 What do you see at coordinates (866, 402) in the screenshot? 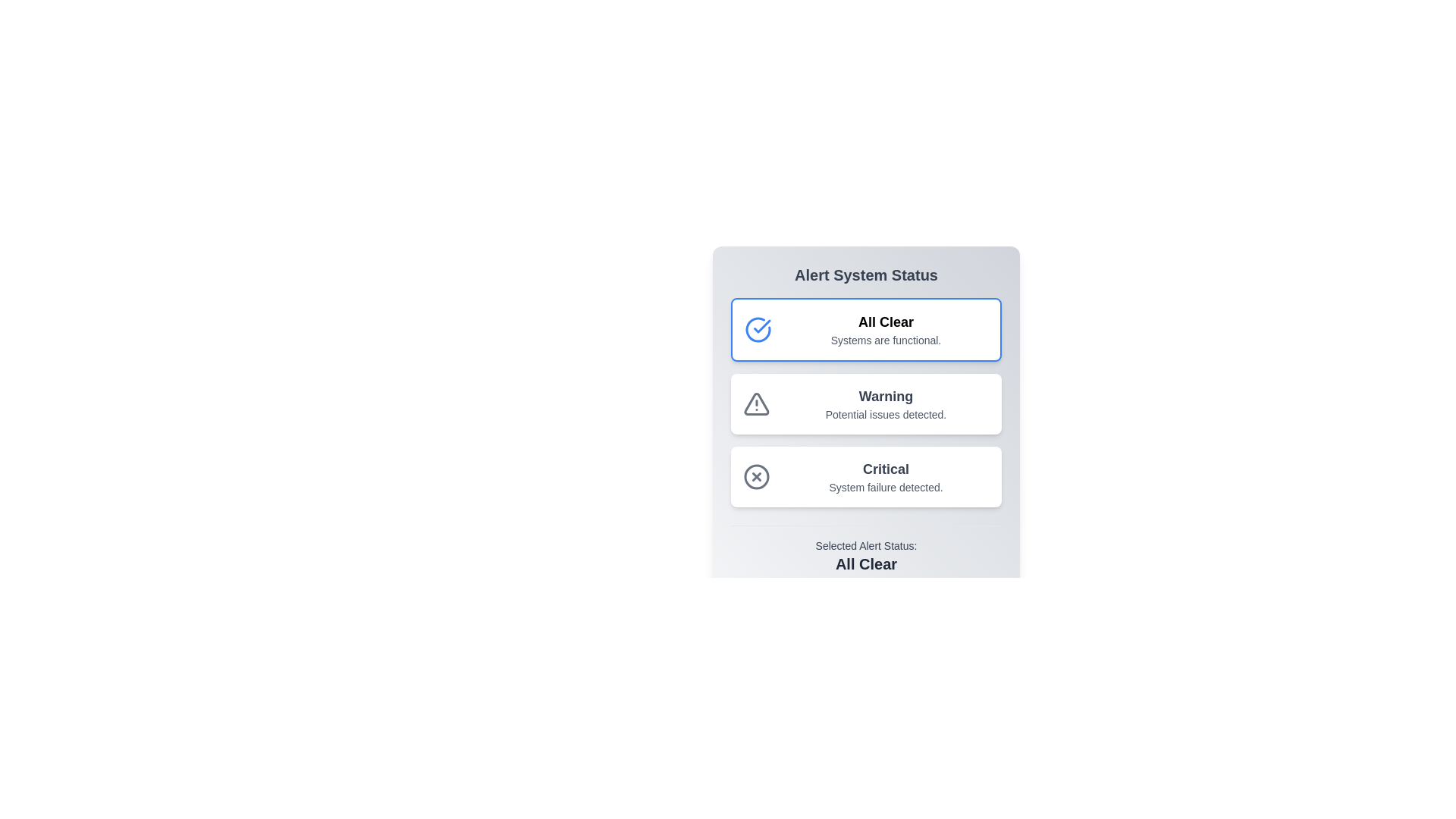
I see `the 'Warning' selectable list item representing an alert status option, which displays the text 'Warning' in bold with a description 'Potential issues detected' below it` at bounding box center [866, 402].